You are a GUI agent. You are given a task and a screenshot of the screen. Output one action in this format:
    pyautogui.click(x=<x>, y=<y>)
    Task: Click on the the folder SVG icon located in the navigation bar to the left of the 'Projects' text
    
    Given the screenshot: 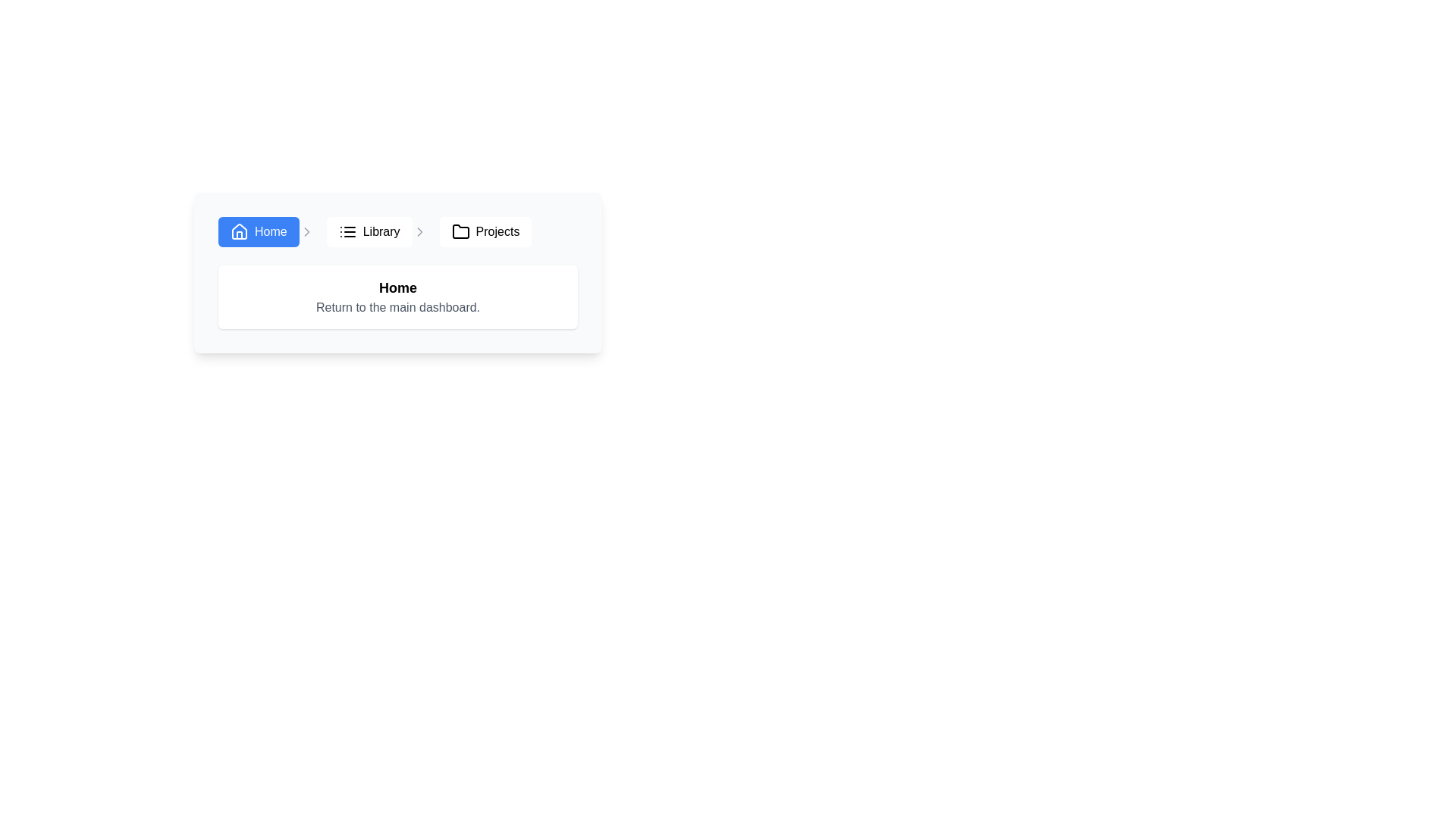 What is the action you would take?
    pyautogui.click(x=460, y=231)
    